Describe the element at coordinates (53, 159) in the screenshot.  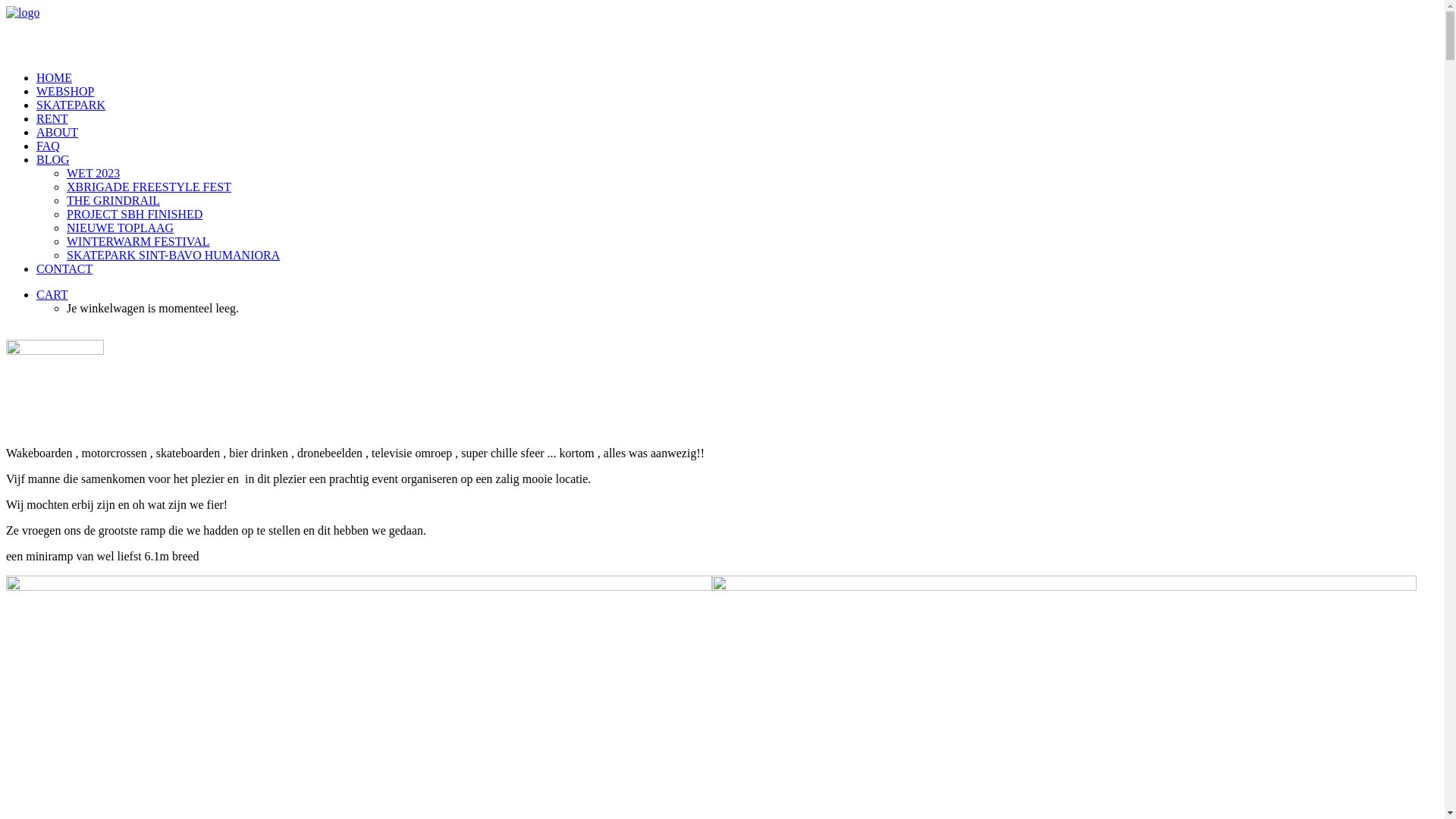
I see `'BLOG'` at that location.